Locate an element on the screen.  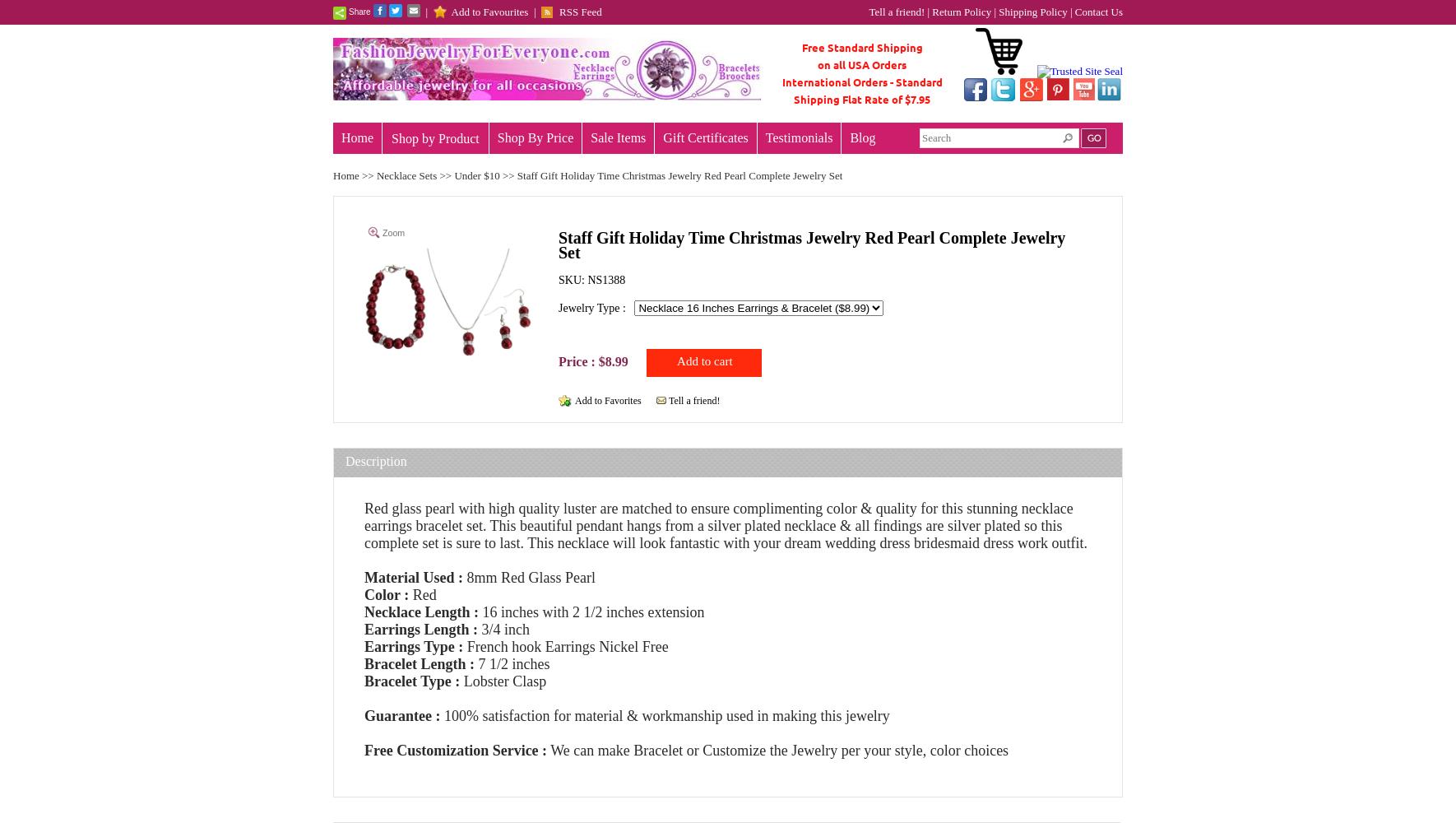
'Earrings Type :' is located at coordinates (414, 647).